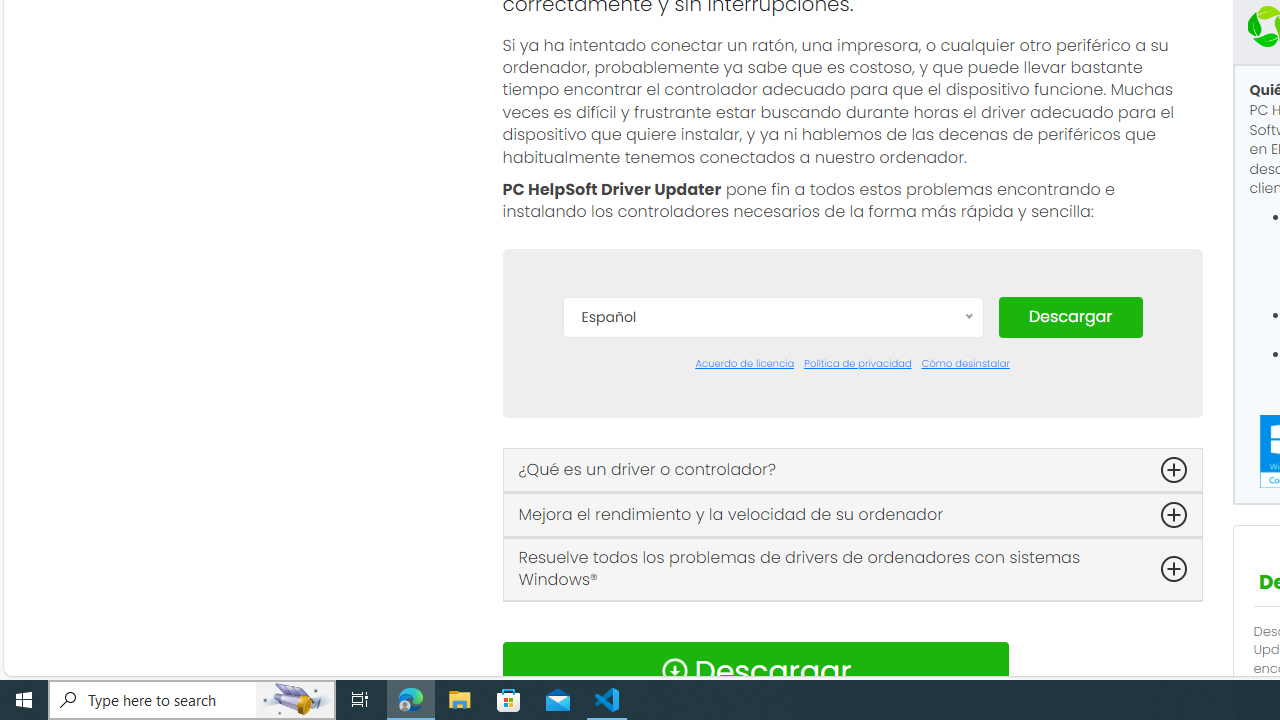 This screenshot has width=1280, height=720. What do you see at coordinates (1069, 315) in the screenshot?
I see `'Descargar'` at bounding box center [1069, 315].